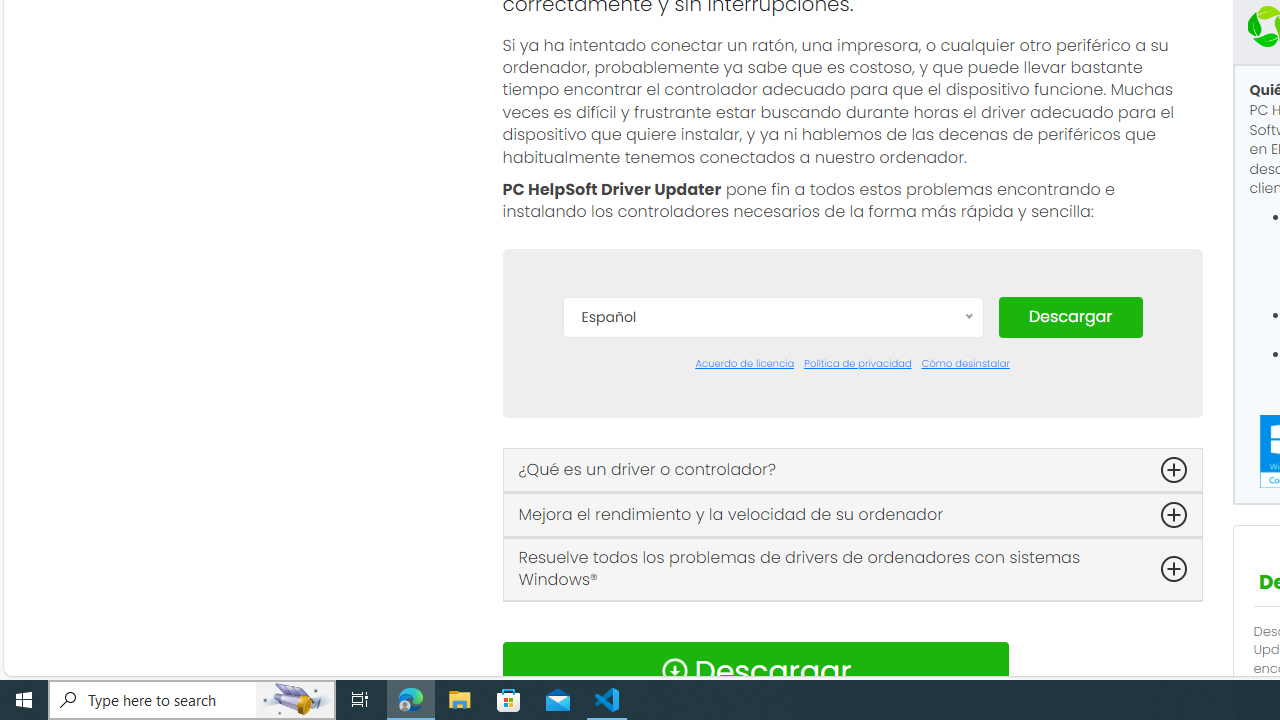 This screenshot has width=1280, height=720. What do you see at coordinates (1069, 315) in the screenshot?
I see `'Descargar'` at bounding box center [1069, 315].